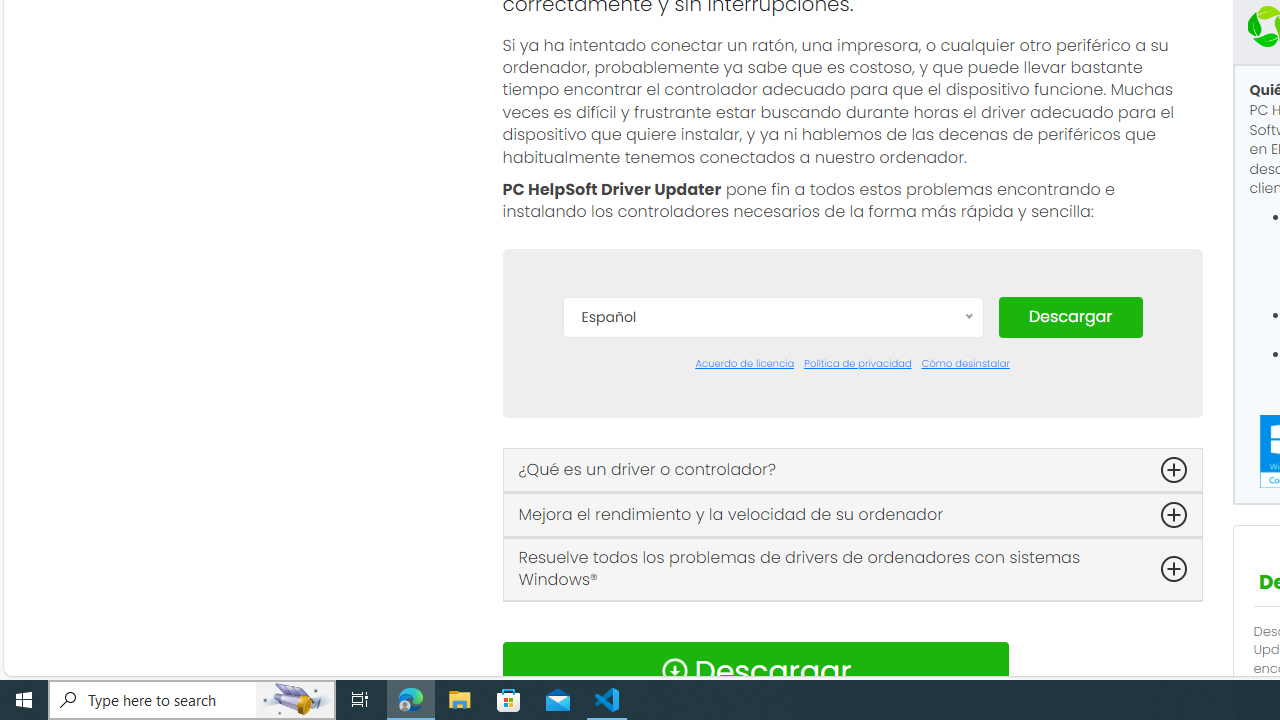 This screenshot has width=1280, height=720. What do you see at coordinates (1069, 315) in the screenshot?
I see `'Descargar'` at bounding box center [1069, 315].